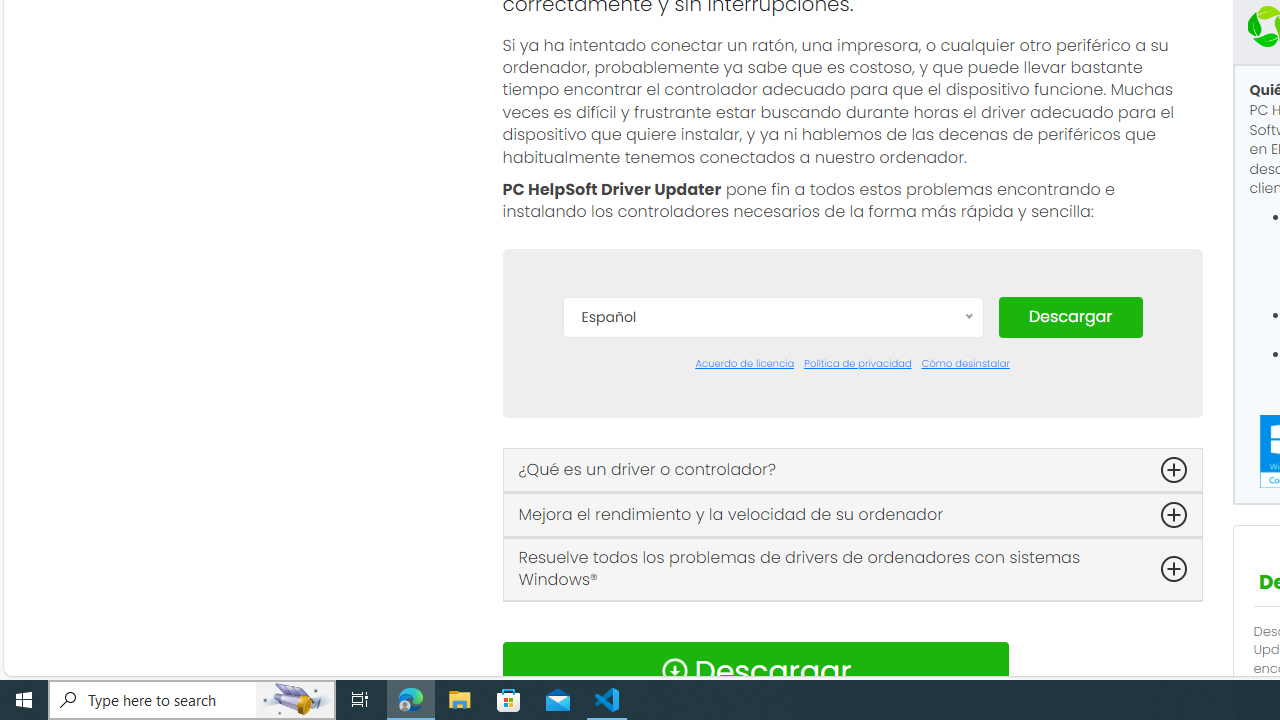 This screenshot has width=1280, height=720. What do you see at coordinates (1069, 315) in the screenshot?
I see `'Descargar'` at bounding box center [1069, 315].